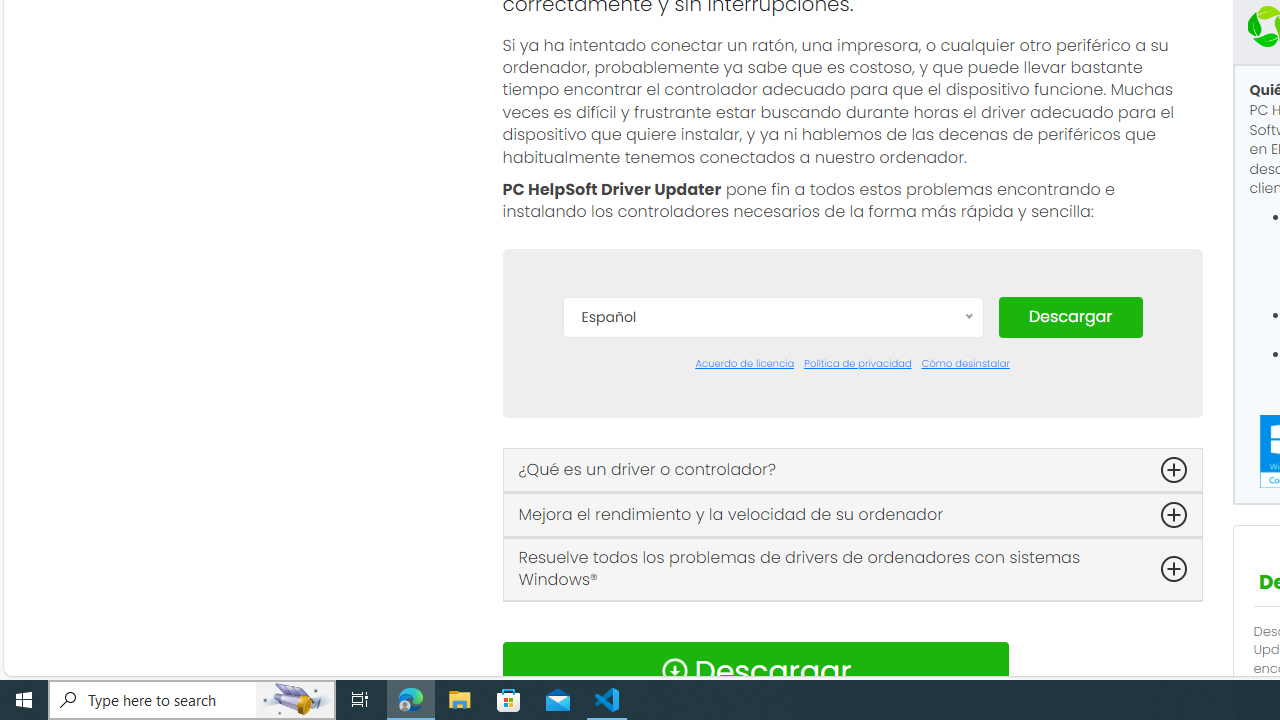 This screenshot has width=1280, height=720. What do you see at coordinates (1069, 315) in the screenshot?
I see `'Descargar'` at bounding box center [1069, 315].